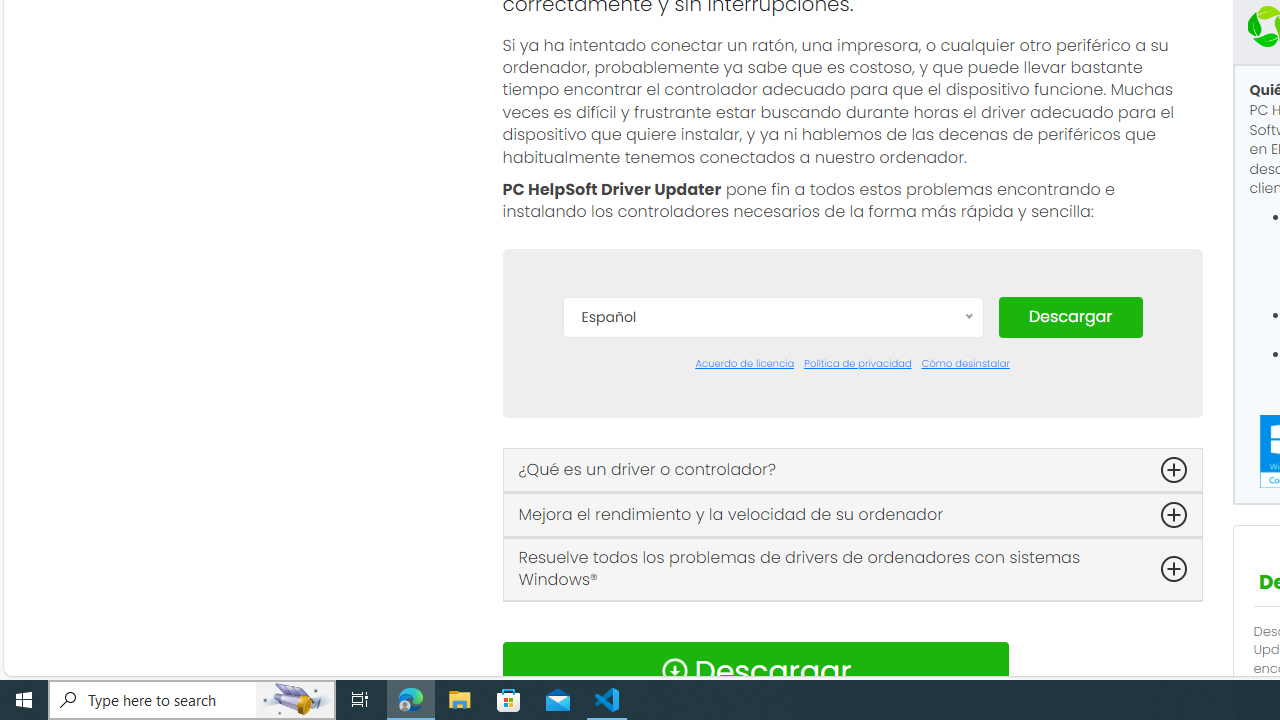 This screenshot has width=1280, height=720. What do you see at coordinates (1069, 315) in the screenshot?
I see `'Descargar'` at bounding box center [1069, 315].